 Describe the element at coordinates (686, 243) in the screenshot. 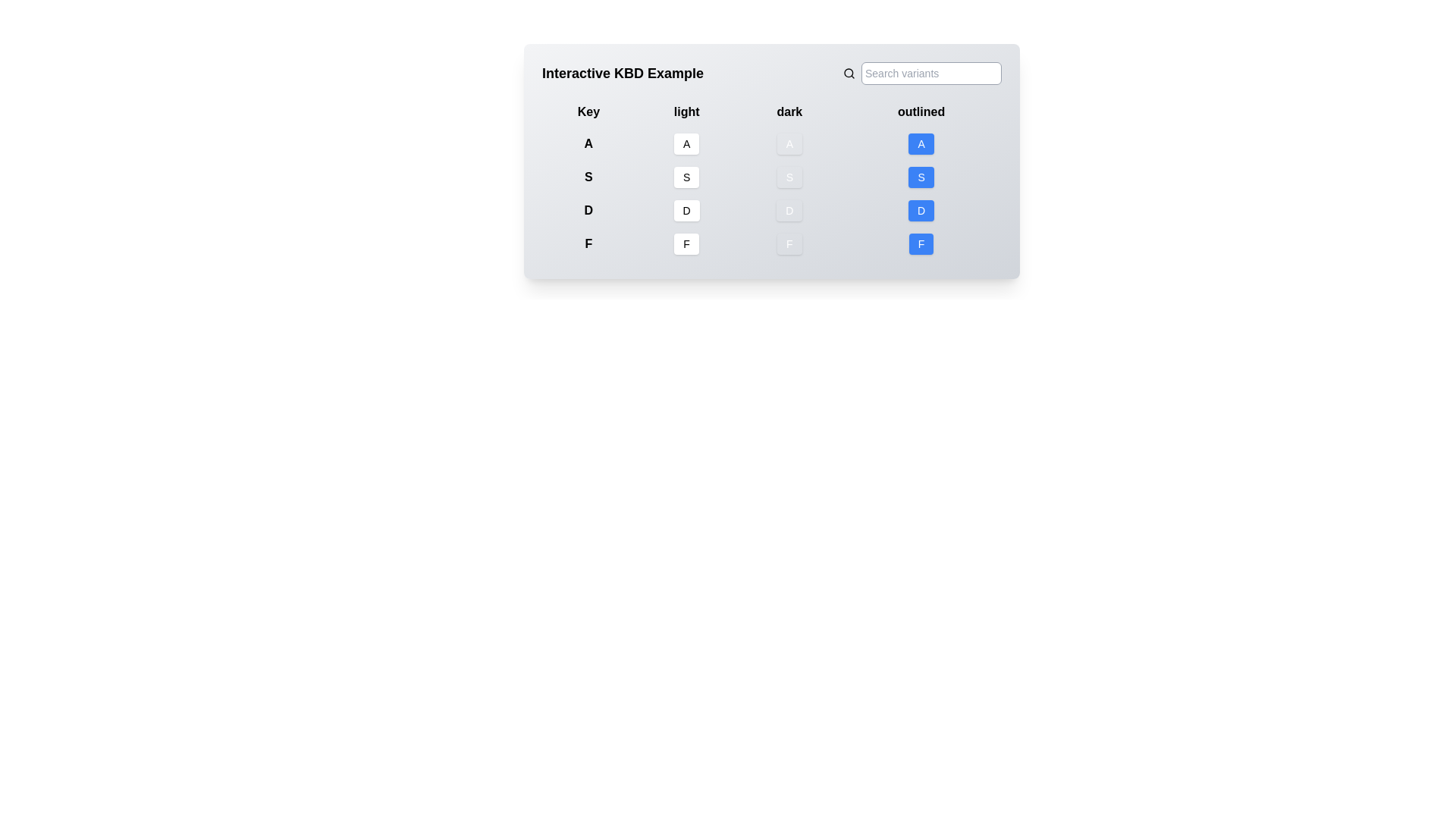

I see `the non-interactive 'F' key visual aid button located in the 'light' column, which is the fourth button in that column` at that location.